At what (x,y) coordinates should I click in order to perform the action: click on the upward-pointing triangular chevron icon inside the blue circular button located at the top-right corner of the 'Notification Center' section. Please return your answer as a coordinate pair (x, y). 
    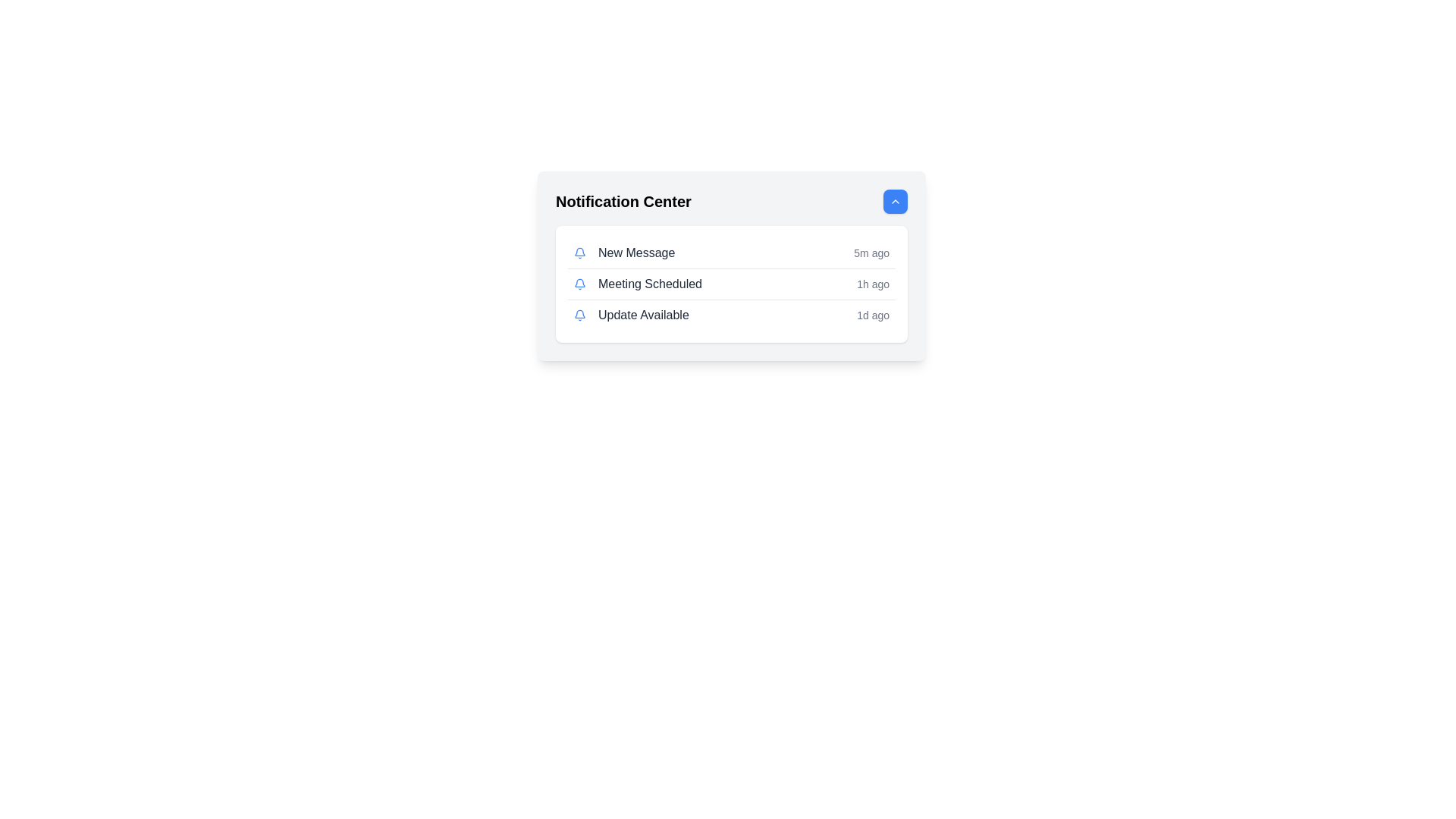
    Looking at the image, I should click on (895, 201).